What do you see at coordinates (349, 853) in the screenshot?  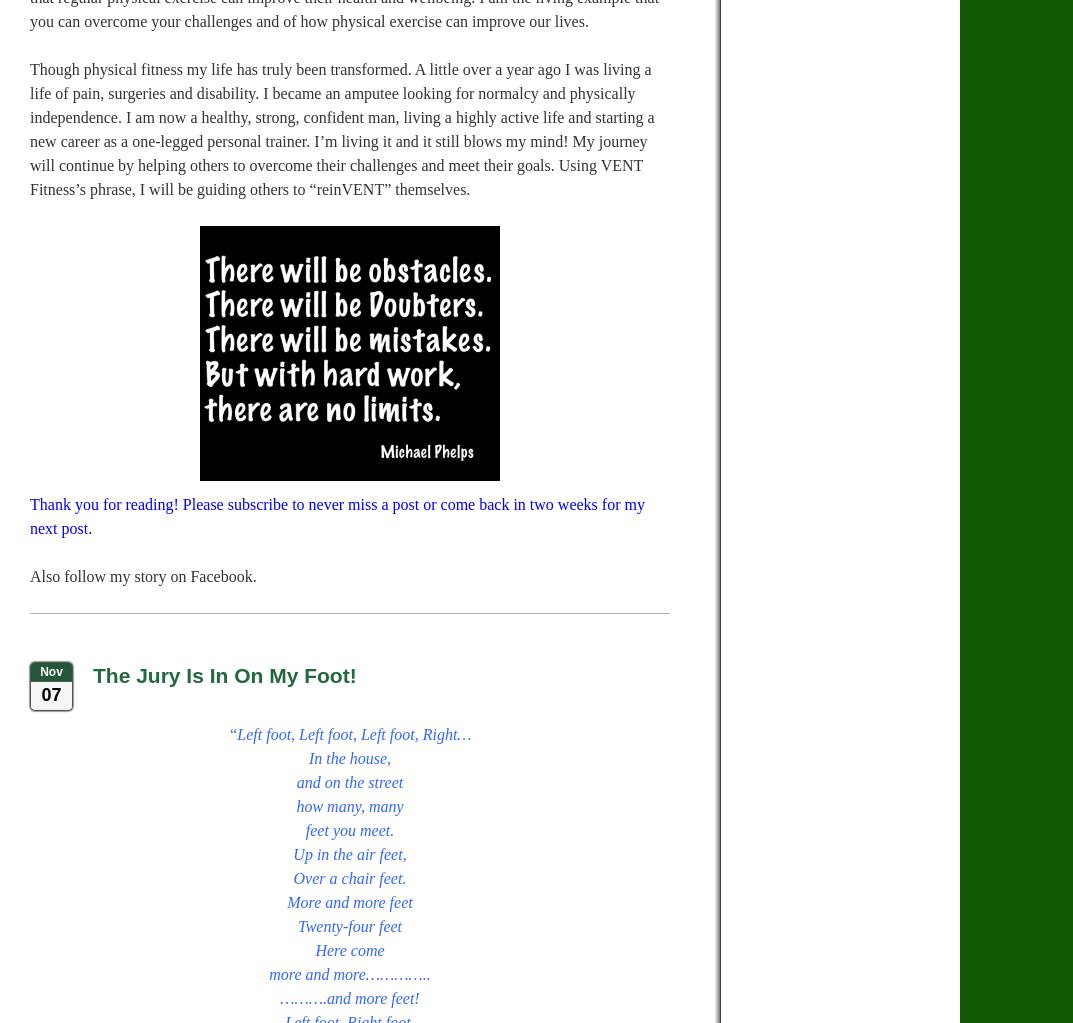 I see `'Up in the air feet,'` at bounding box center [349, 853].